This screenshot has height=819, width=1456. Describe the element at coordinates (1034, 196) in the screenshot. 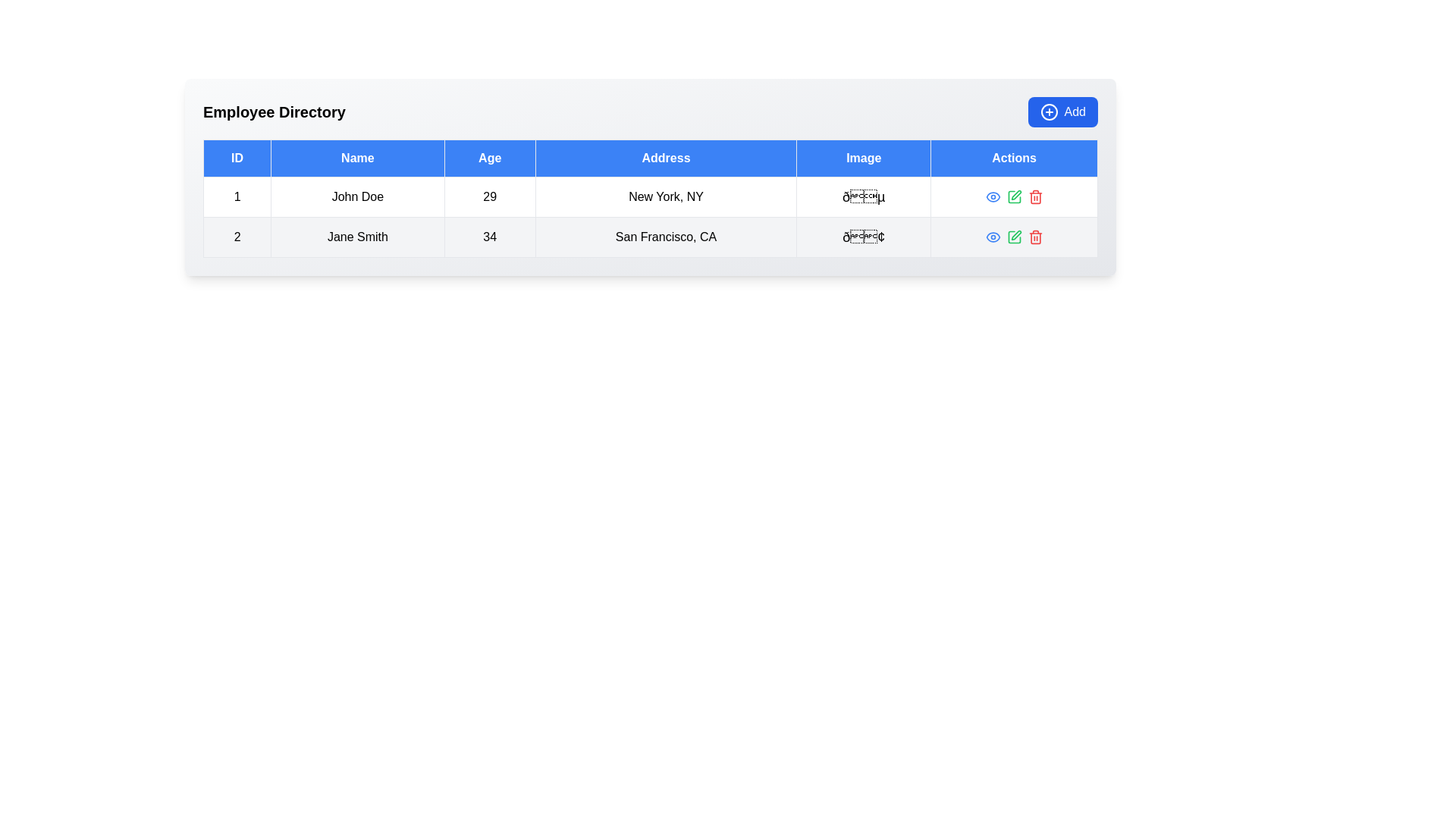

I see `the trash bin icon button in the 'Actions' column of the second row of the table, which is styled with a red color indicating a delete action` at that location.